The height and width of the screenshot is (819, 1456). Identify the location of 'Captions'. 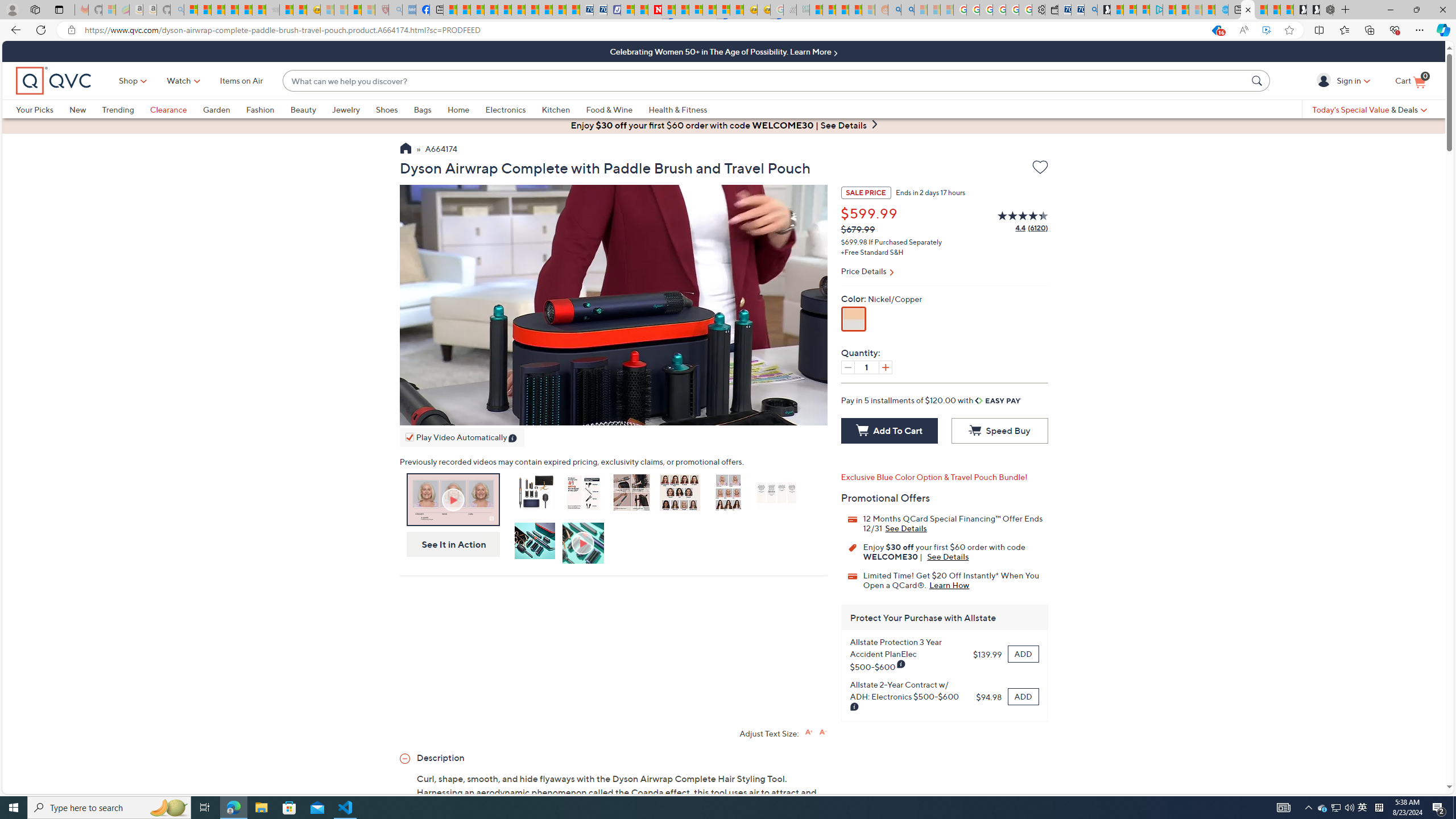
(742, 413).